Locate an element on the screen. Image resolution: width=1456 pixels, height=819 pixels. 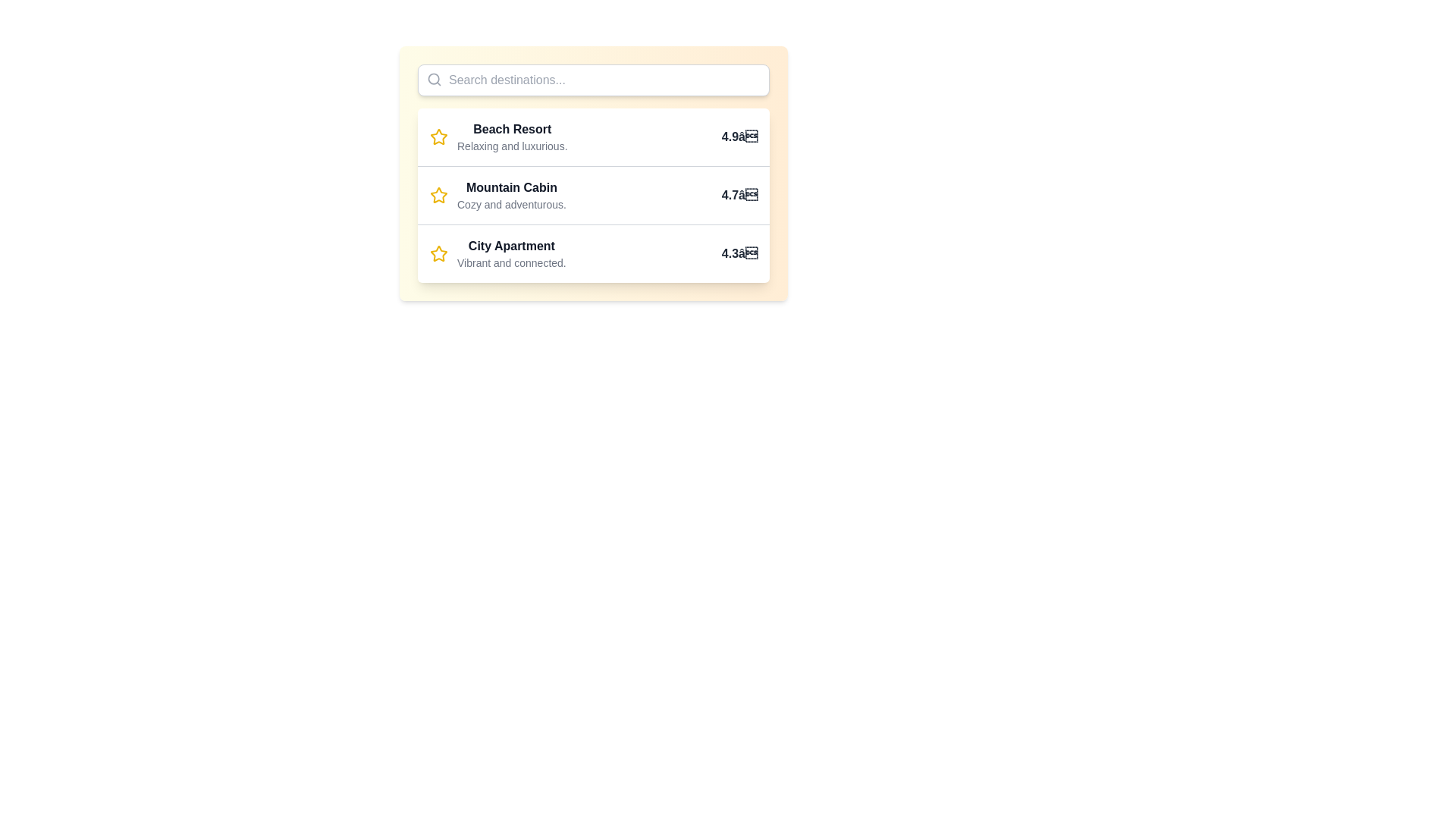
the yellow star icon that indicates the rating or favorite status for the item 'Mountain Cabin', located to the immediate left of the entry in the list is located at coordinates (438, 136).